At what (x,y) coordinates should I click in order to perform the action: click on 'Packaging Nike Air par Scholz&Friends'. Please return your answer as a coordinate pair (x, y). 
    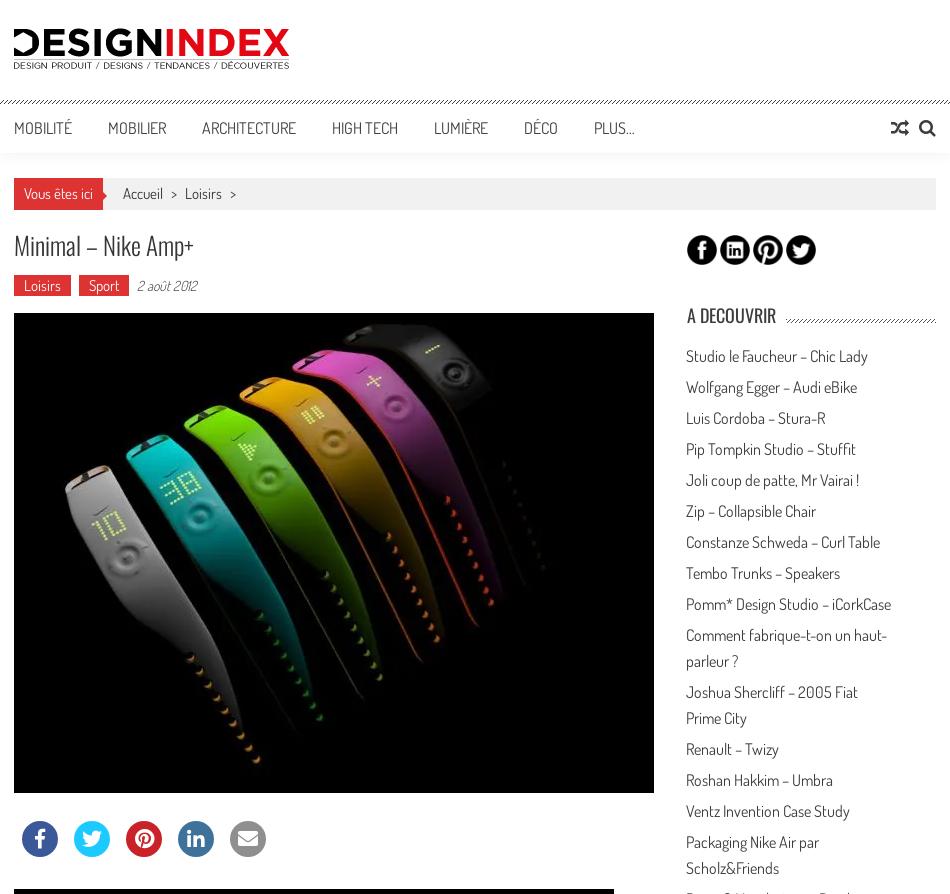
    Looking at the image, I should click on (750, 853).